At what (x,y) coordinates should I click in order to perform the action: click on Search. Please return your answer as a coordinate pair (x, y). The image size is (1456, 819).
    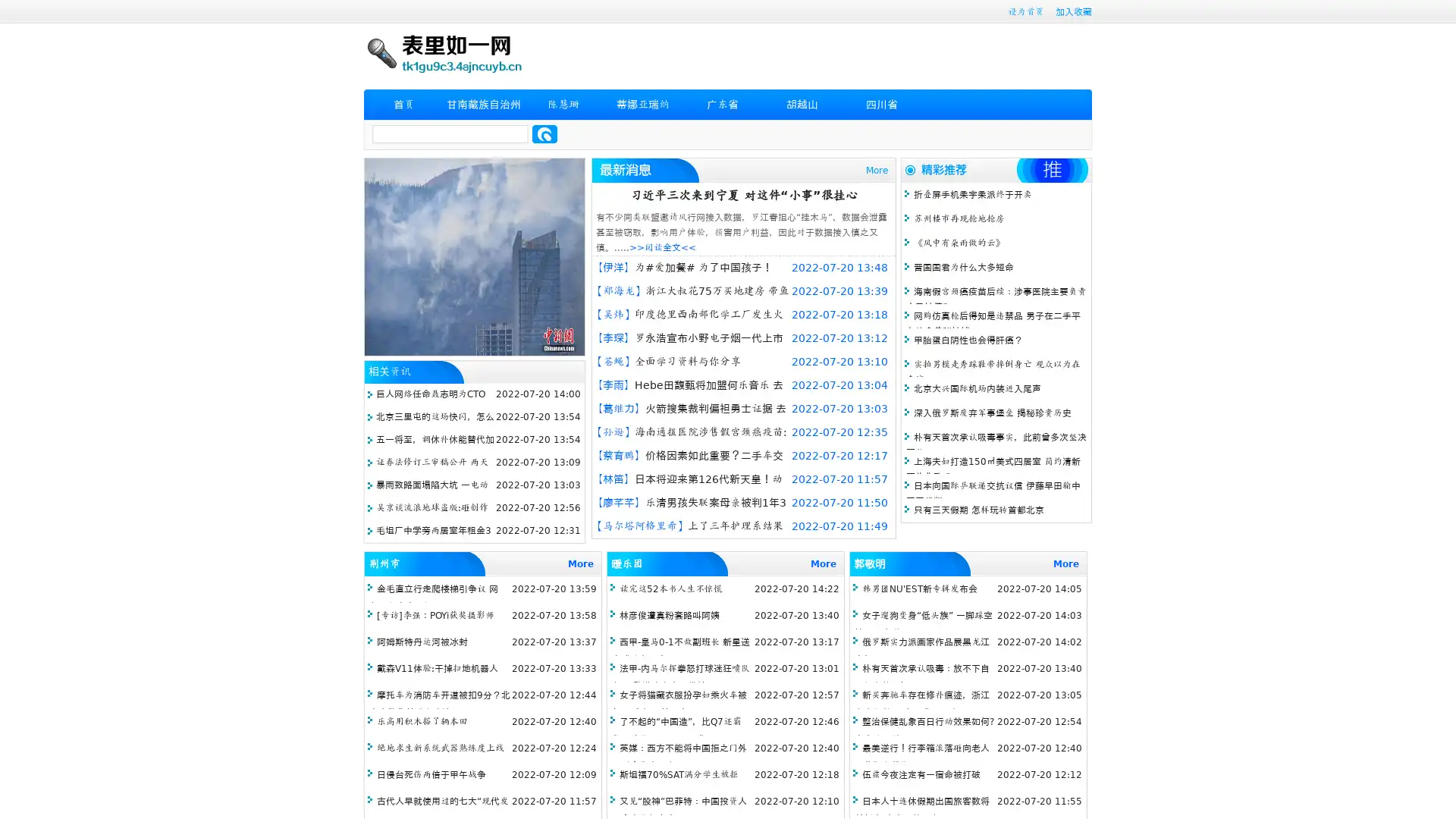
    Looking at the image, I should click on (544, 133).